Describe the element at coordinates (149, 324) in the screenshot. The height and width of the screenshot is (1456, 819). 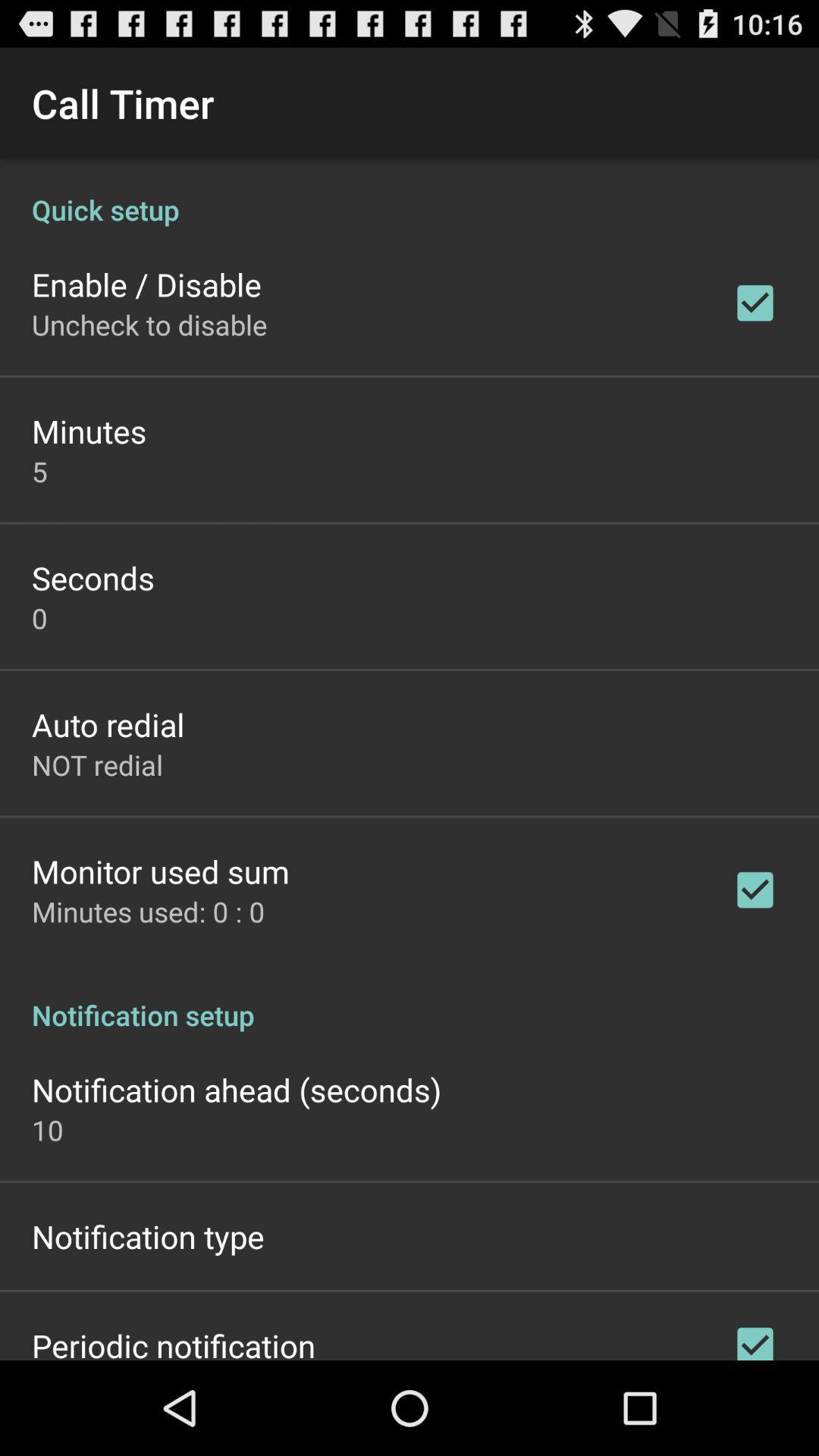
I see `the app below the enable / disable item` at that location.